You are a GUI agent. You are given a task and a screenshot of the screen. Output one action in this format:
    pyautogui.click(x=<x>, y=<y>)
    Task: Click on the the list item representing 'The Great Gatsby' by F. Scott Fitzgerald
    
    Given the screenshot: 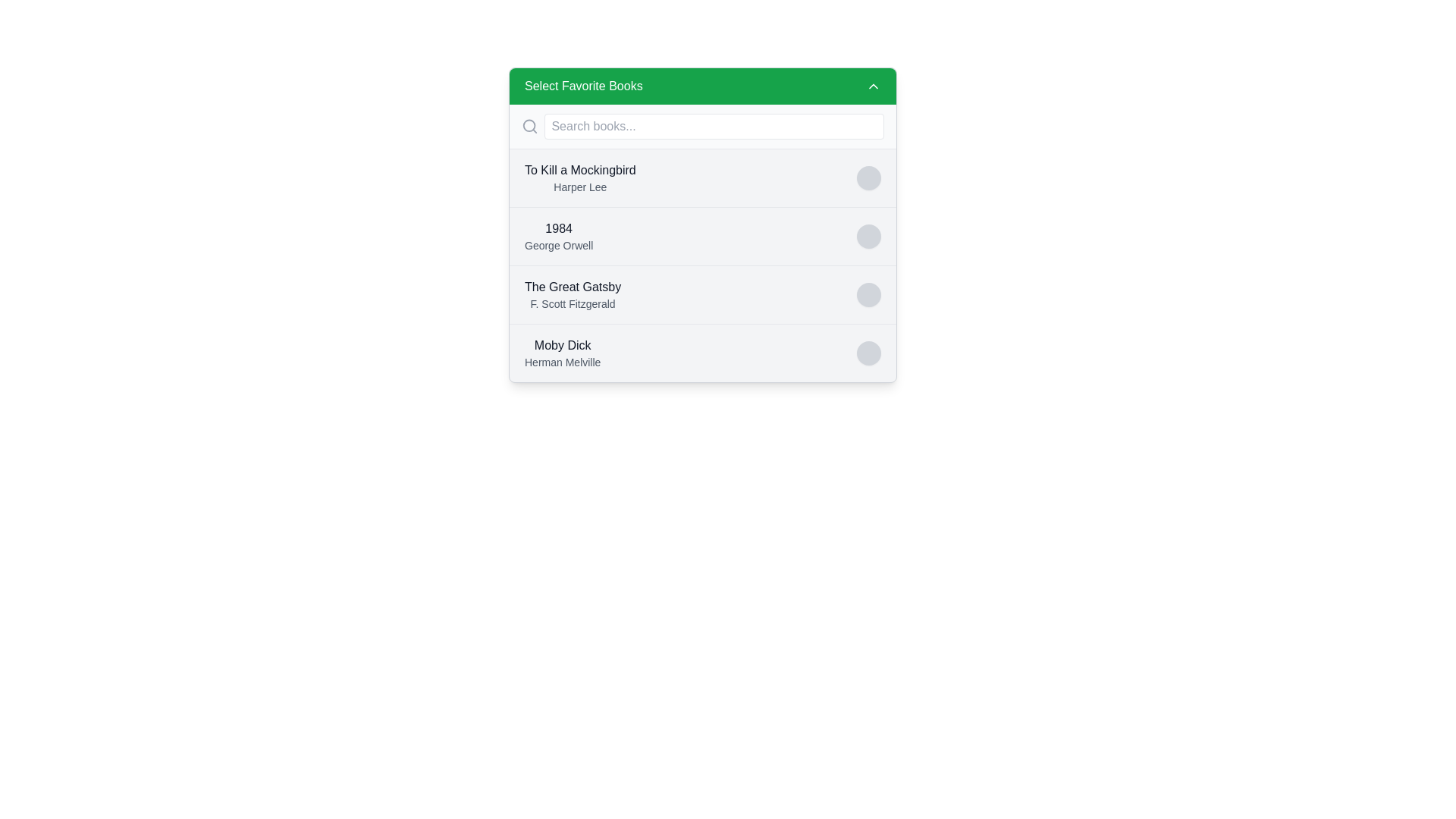 What is the action you would take?
    pyautogui.click(x=701, y=294)
    